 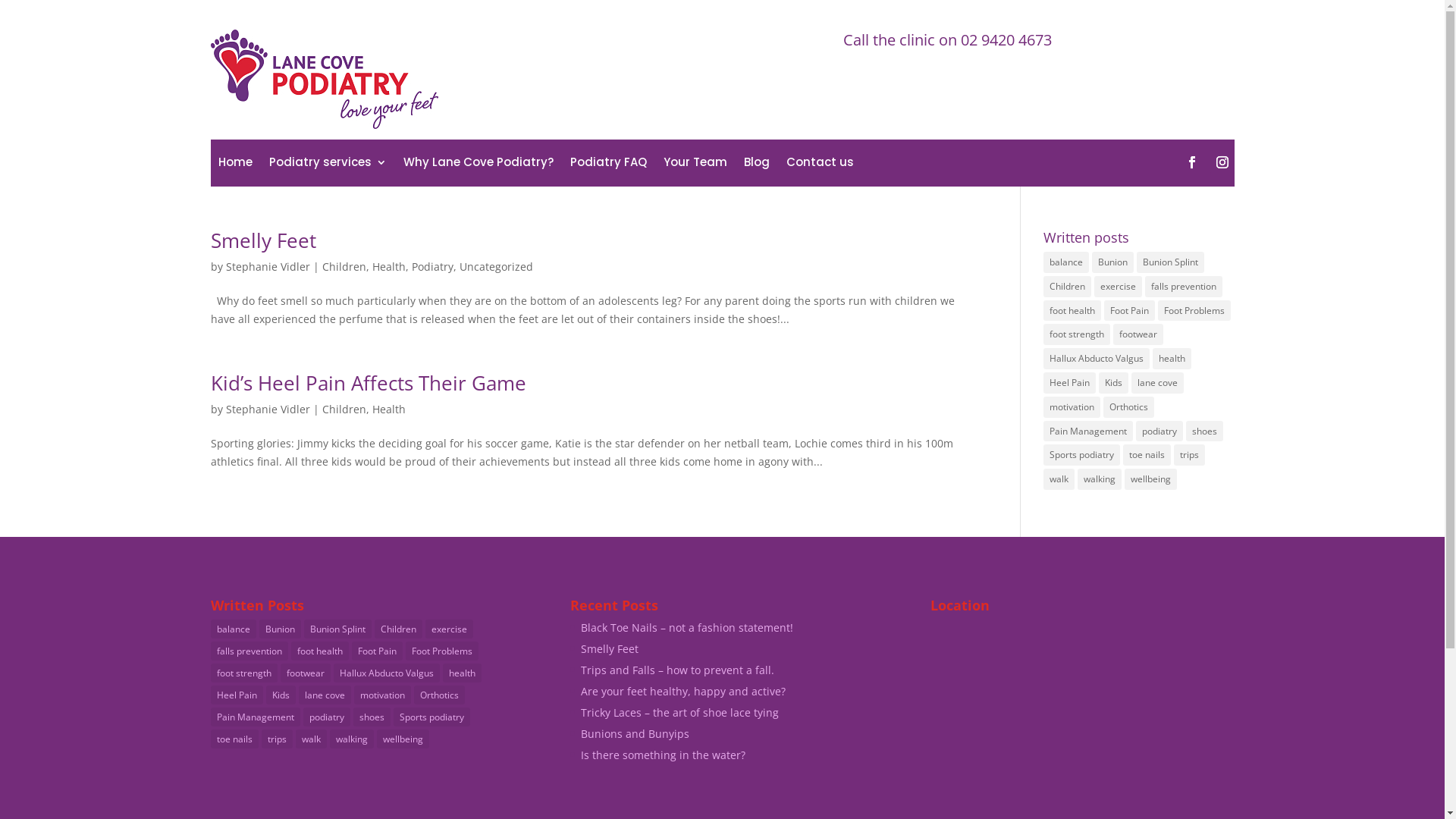 I want to click on 'Kids', so click(x=280, y=695).